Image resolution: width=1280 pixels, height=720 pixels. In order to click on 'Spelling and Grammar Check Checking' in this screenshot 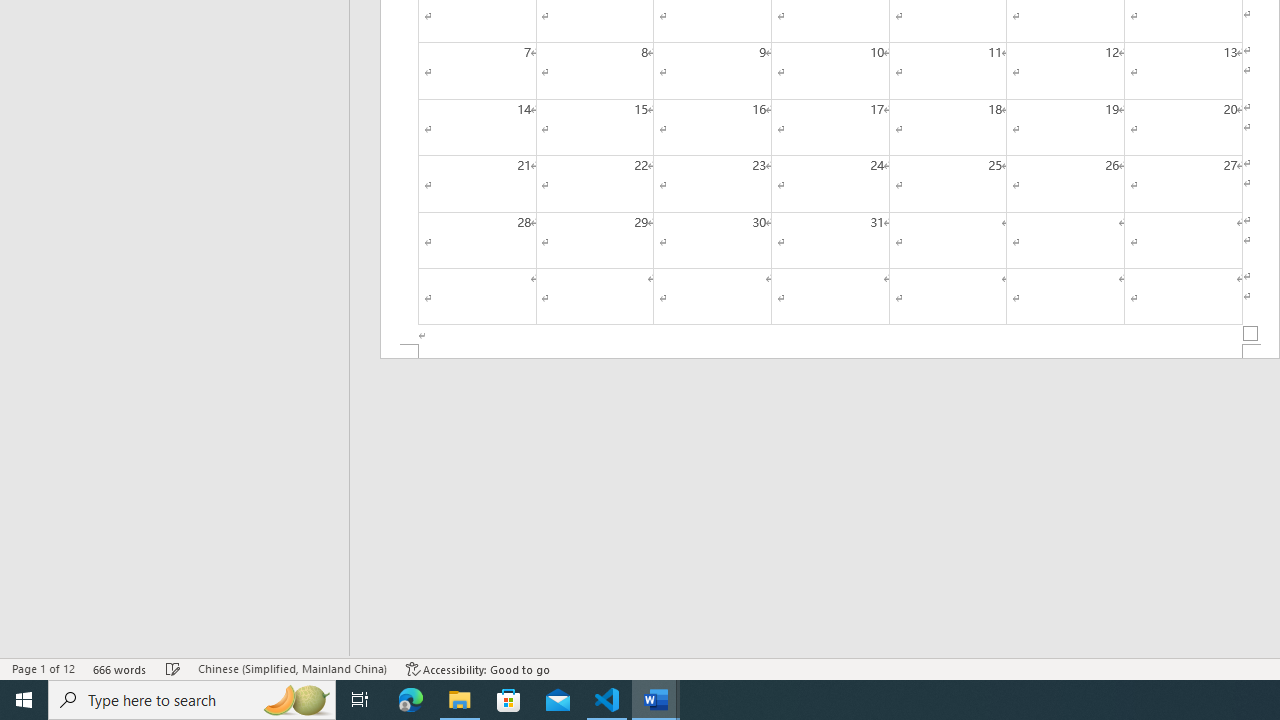, I will do `click(173, 669)`.